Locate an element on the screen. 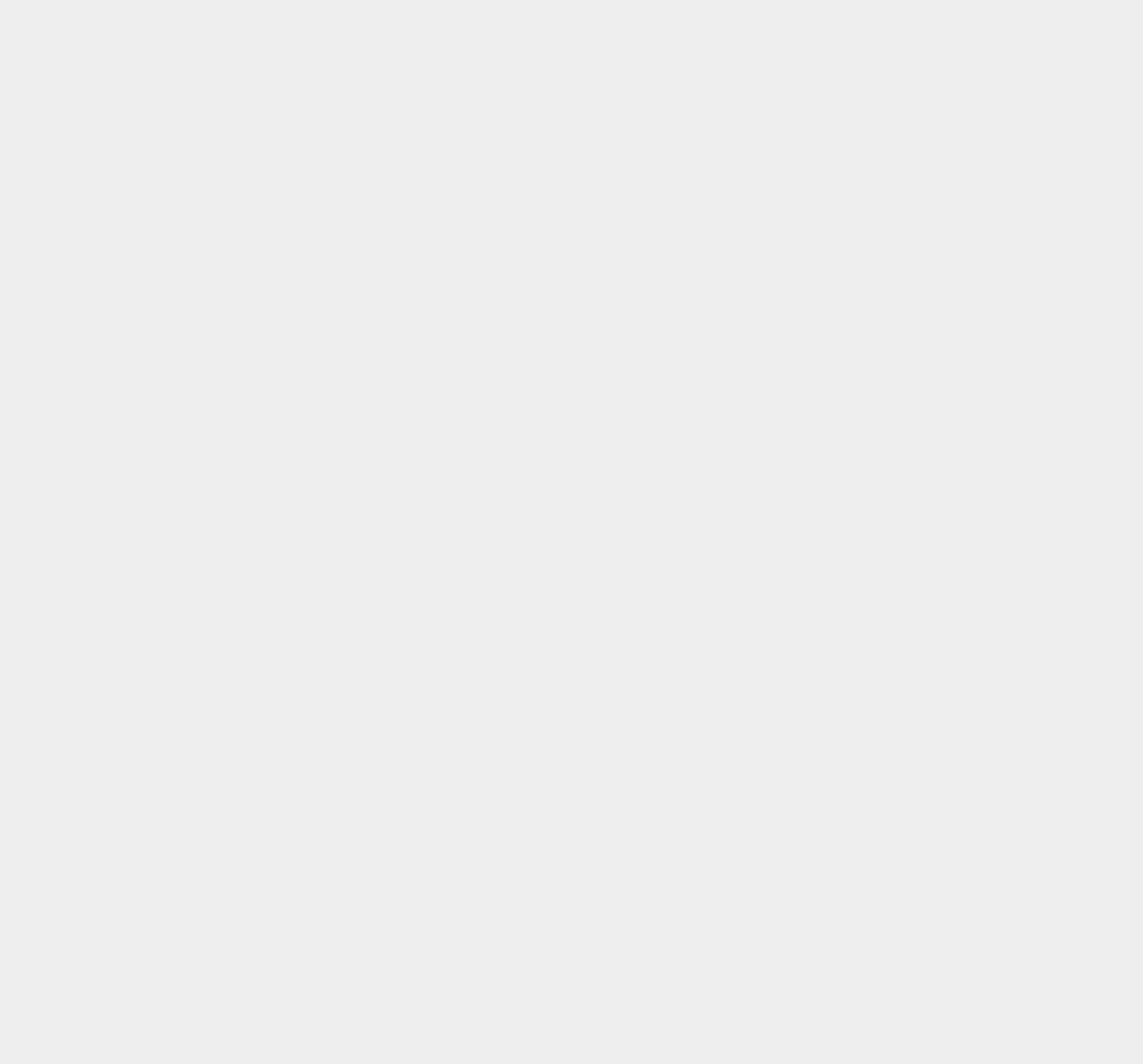 The height and width of the screenshot is (1064, 1143). 'Marketplace' is located at coordinates (845, 311).